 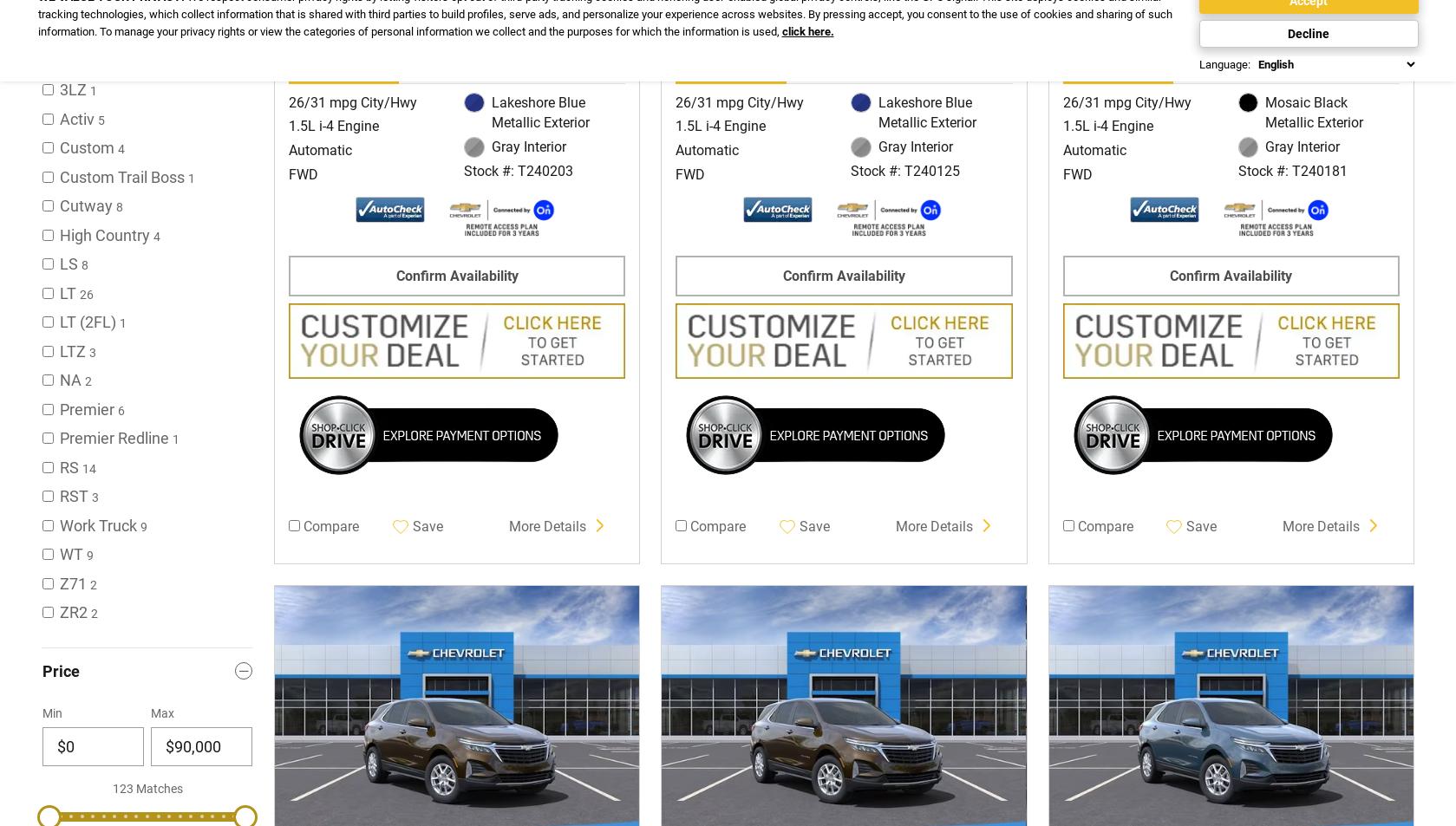 I want to click on 'Stock #: T240125', so click(x=850, y=169).